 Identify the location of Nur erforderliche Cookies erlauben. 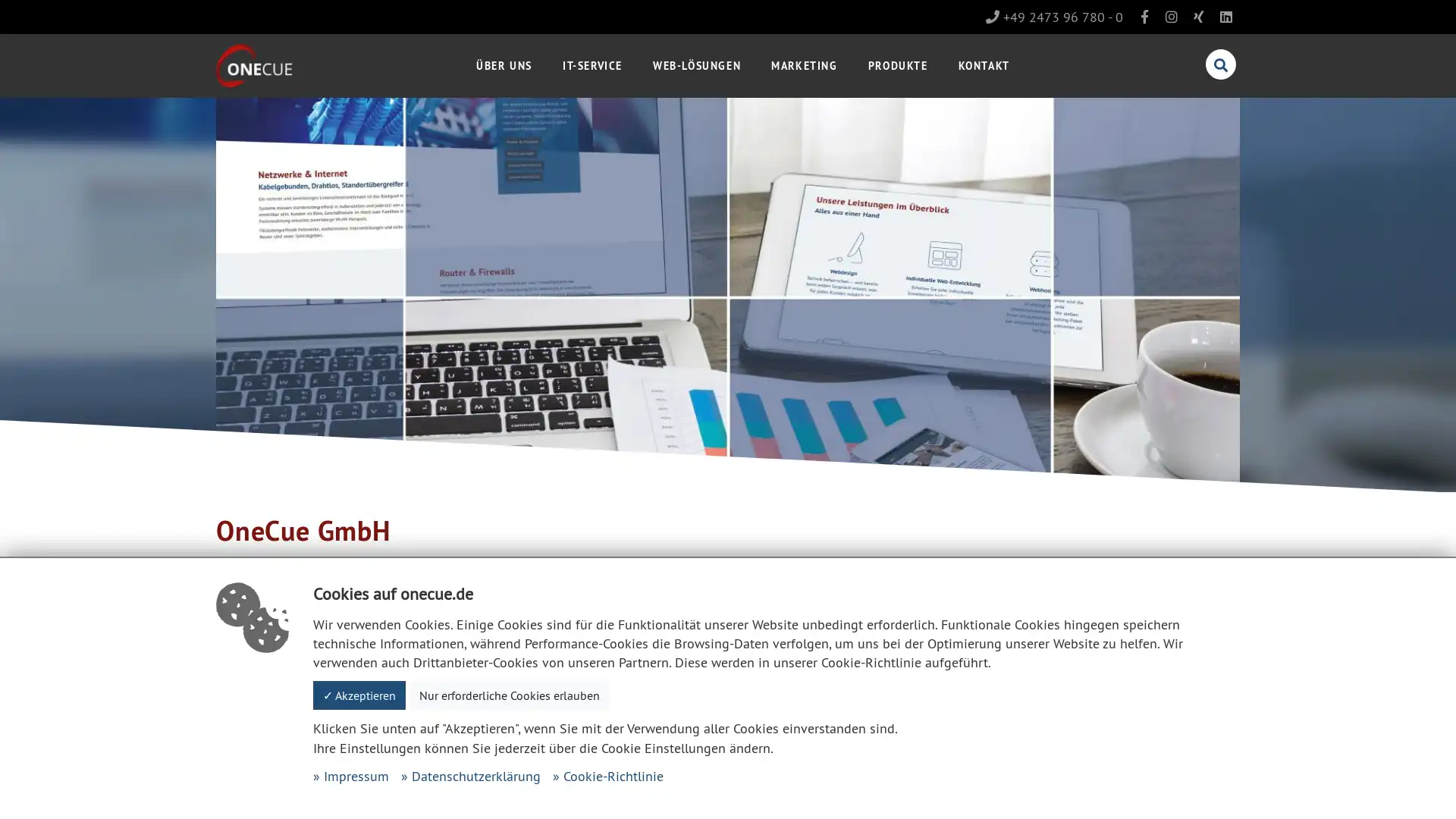
(510, 695).